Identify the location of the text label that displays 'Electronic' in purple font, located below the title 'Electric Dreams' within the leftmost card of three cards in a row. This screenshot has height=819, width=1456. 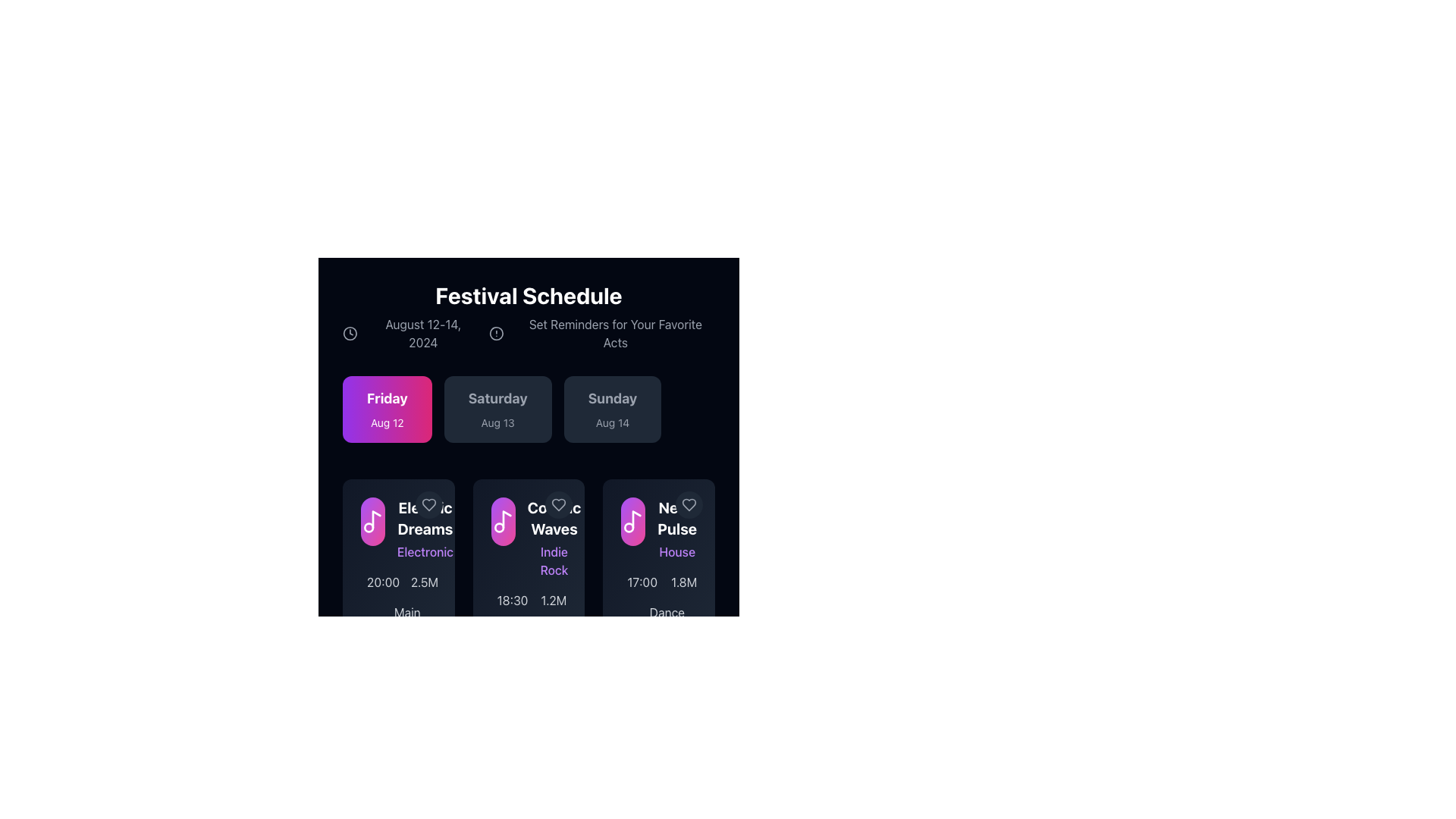
(425, 552).